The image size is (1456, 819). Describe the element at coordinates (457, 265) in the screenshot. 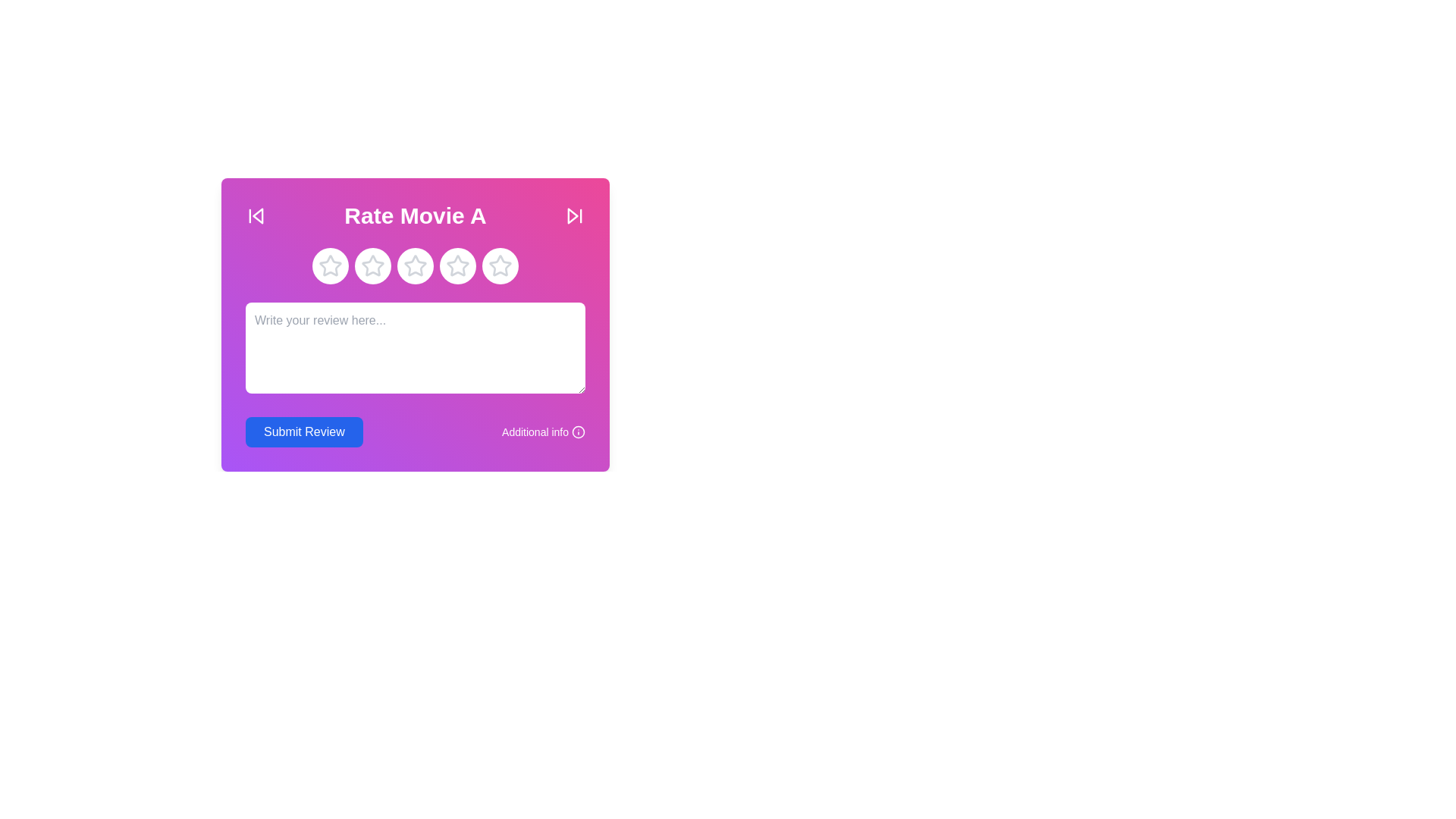

I see `the third star in the five-star rating system located below the section title 'Rate Movie A'` at that location.